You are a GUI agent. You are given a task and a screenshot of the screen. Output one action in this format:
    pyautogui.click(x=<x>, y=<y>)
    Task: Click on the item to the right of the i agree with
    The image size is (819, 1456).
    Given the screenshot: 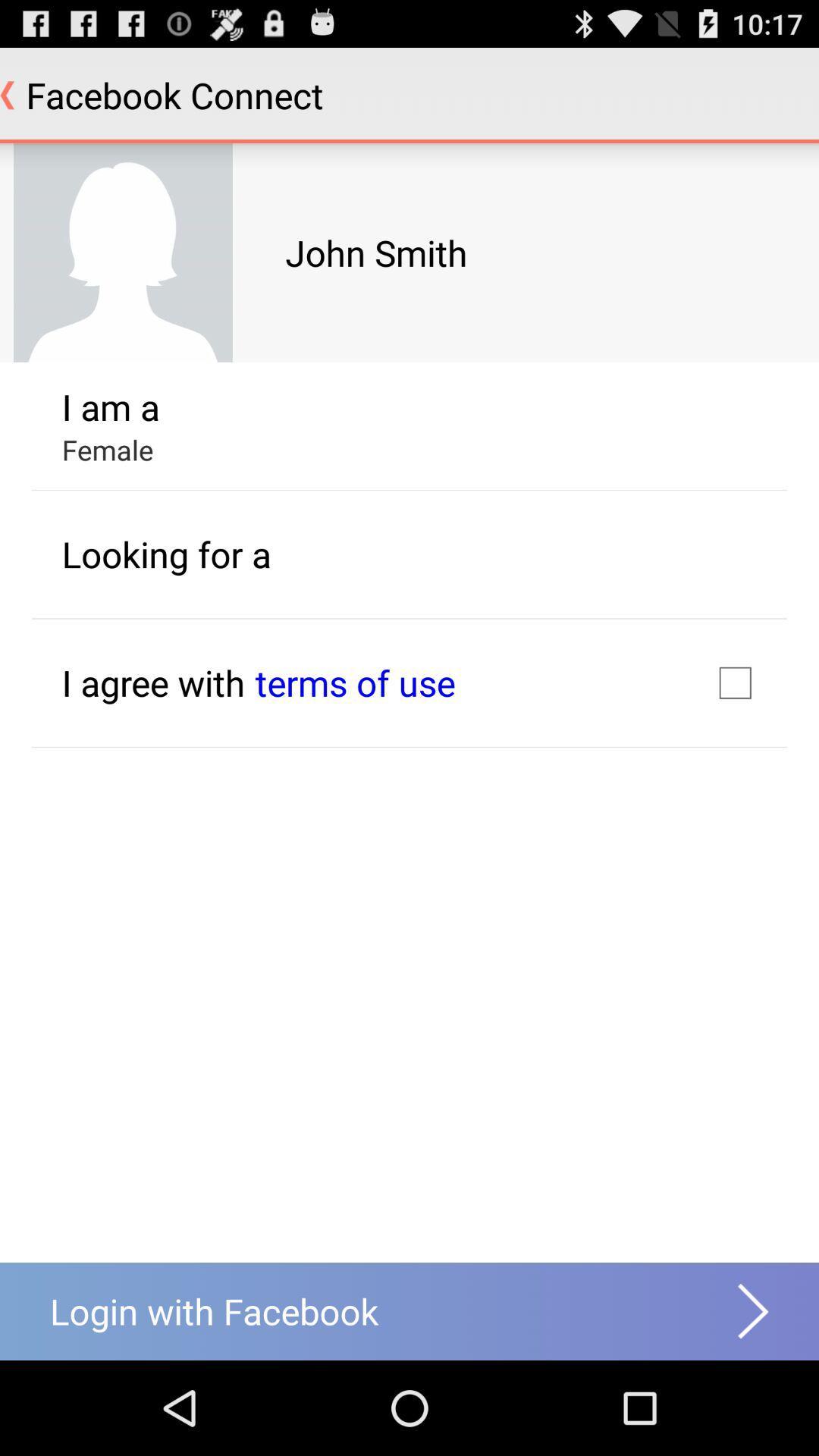 What is the action you would take?
    pyautogui.click(x=355, y=682)
    